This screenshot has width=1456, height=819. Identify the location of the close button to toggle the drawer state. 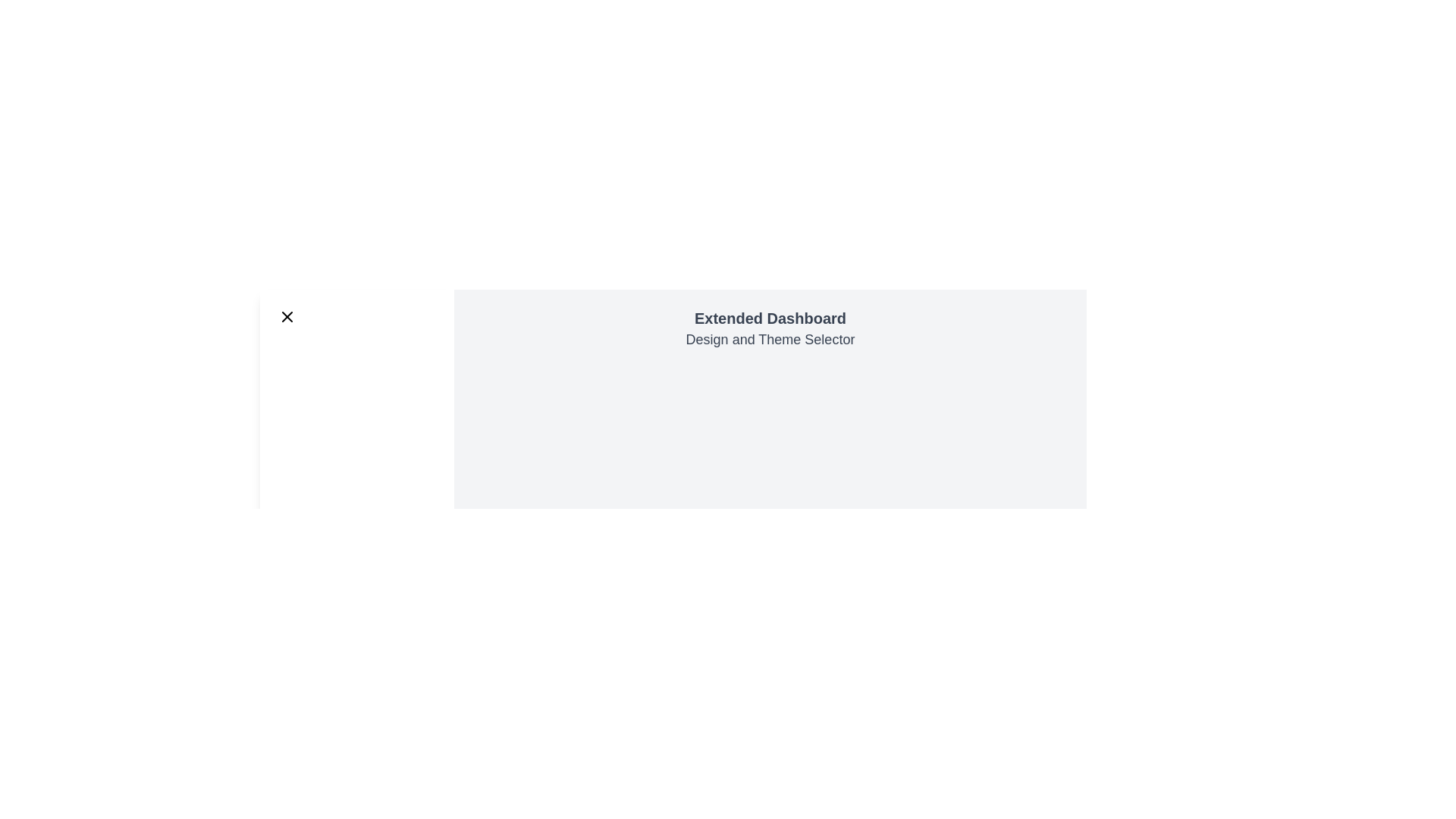
(287, 315).